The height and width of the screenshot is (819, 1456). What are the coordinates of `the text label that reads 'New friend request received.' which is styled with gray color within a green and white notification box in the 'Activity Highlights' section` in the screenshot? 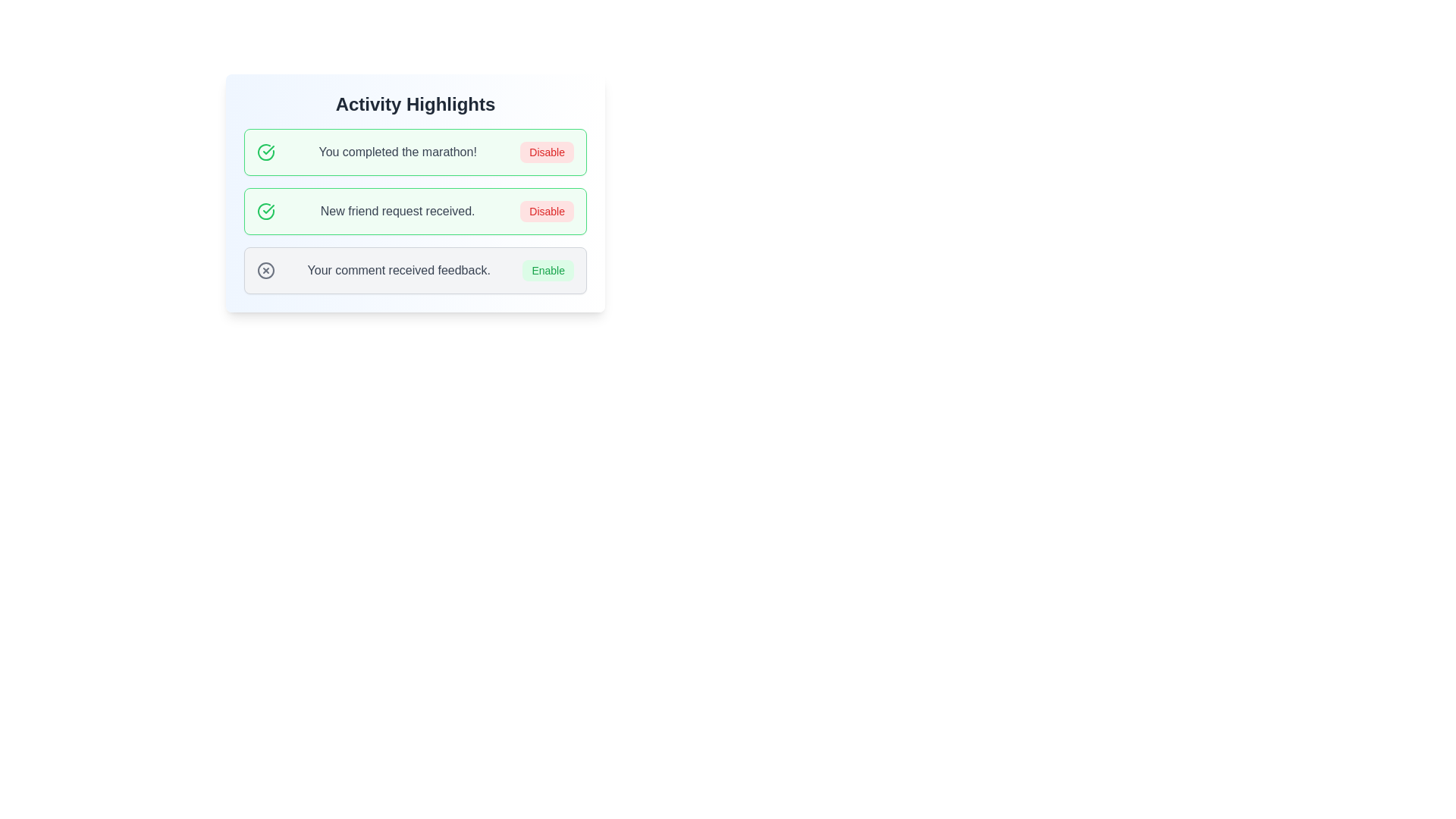 It's located at (397, 211).